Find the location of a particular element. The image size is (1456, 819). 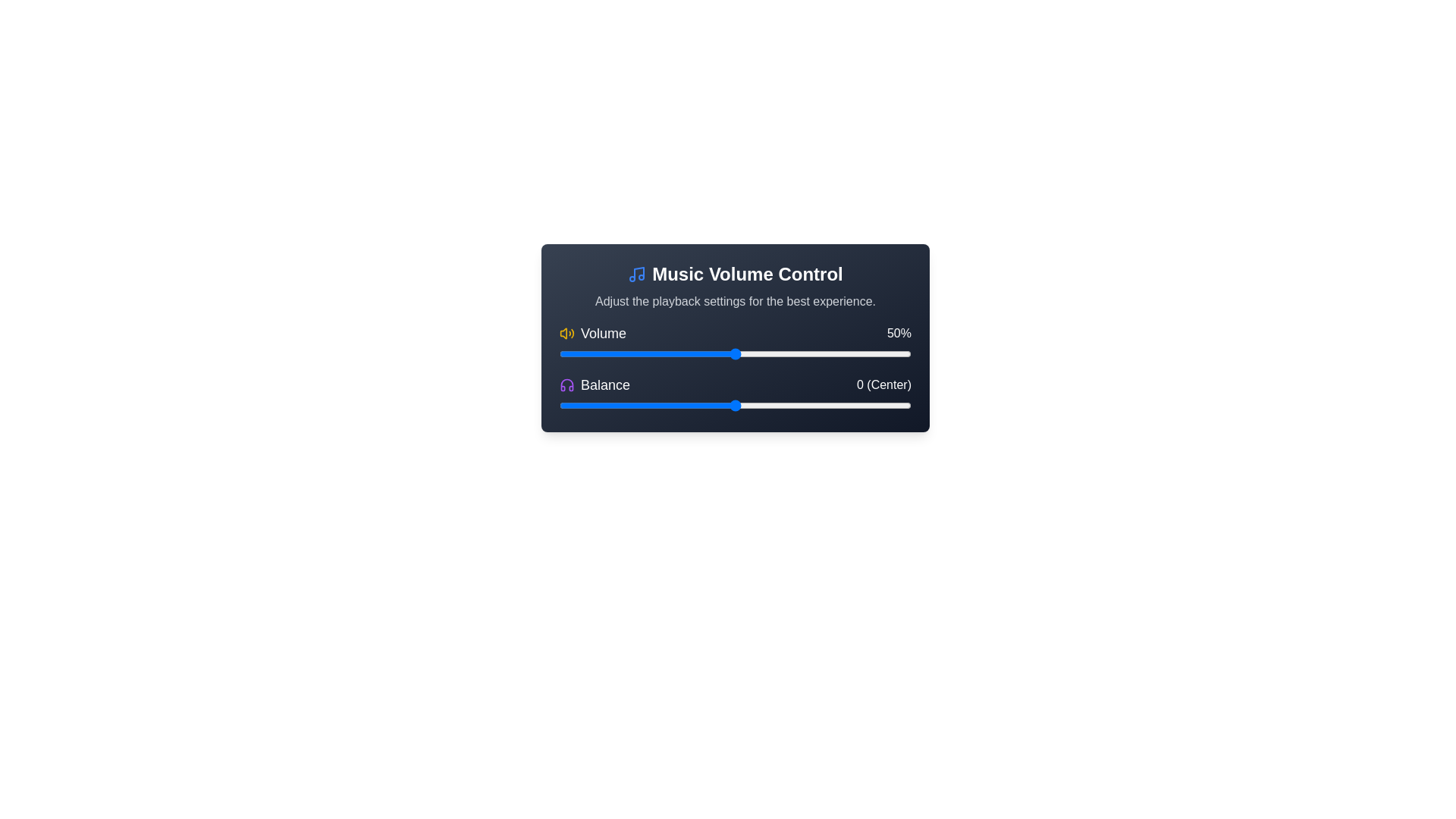

the volume slider to set the volume to 87% is located at coordinates (865, 353).